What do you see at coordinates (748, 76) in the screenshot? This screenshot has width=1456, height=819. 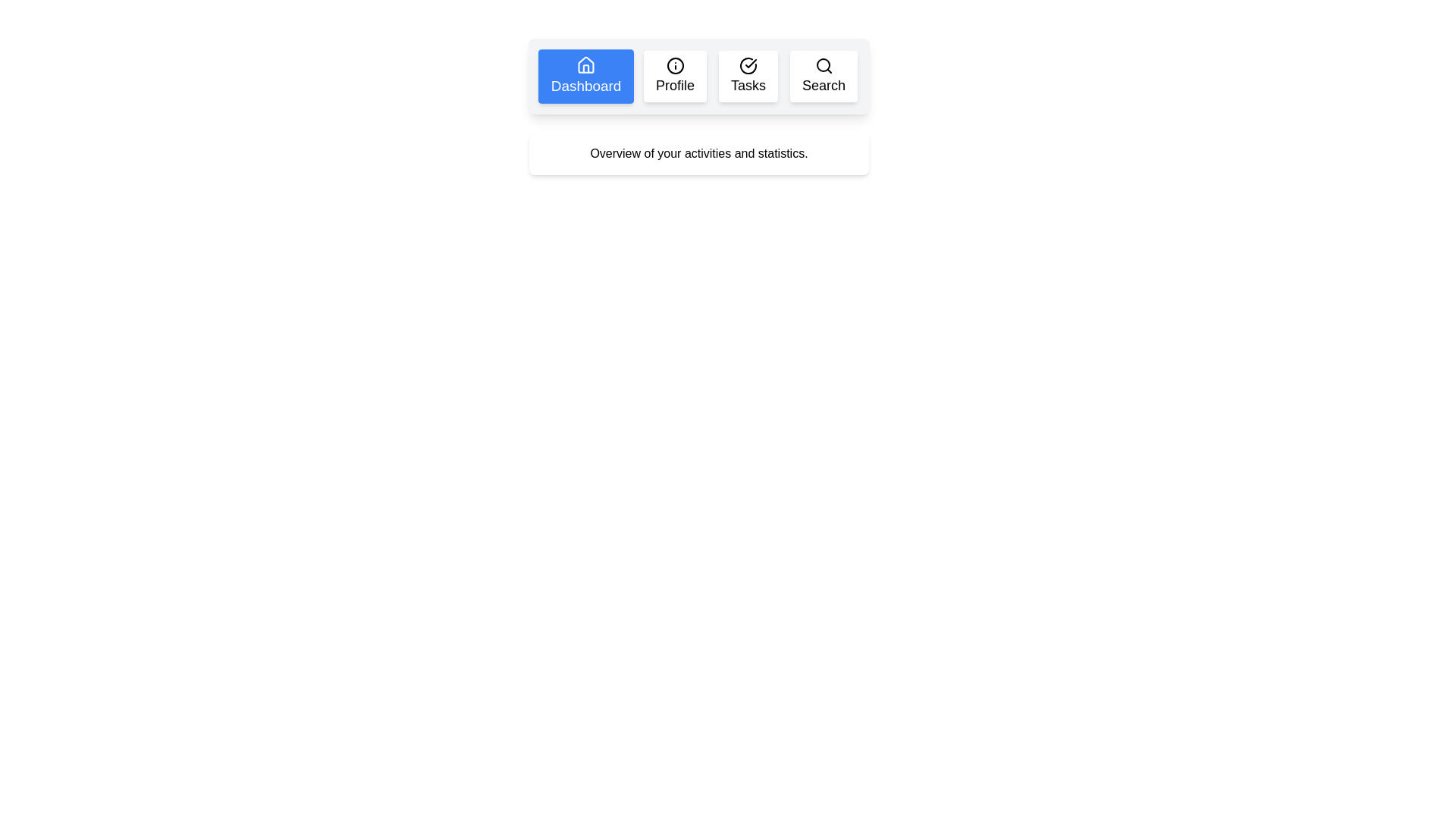 I see `the tab labeled Tasks` at bounding box center [748, 76].